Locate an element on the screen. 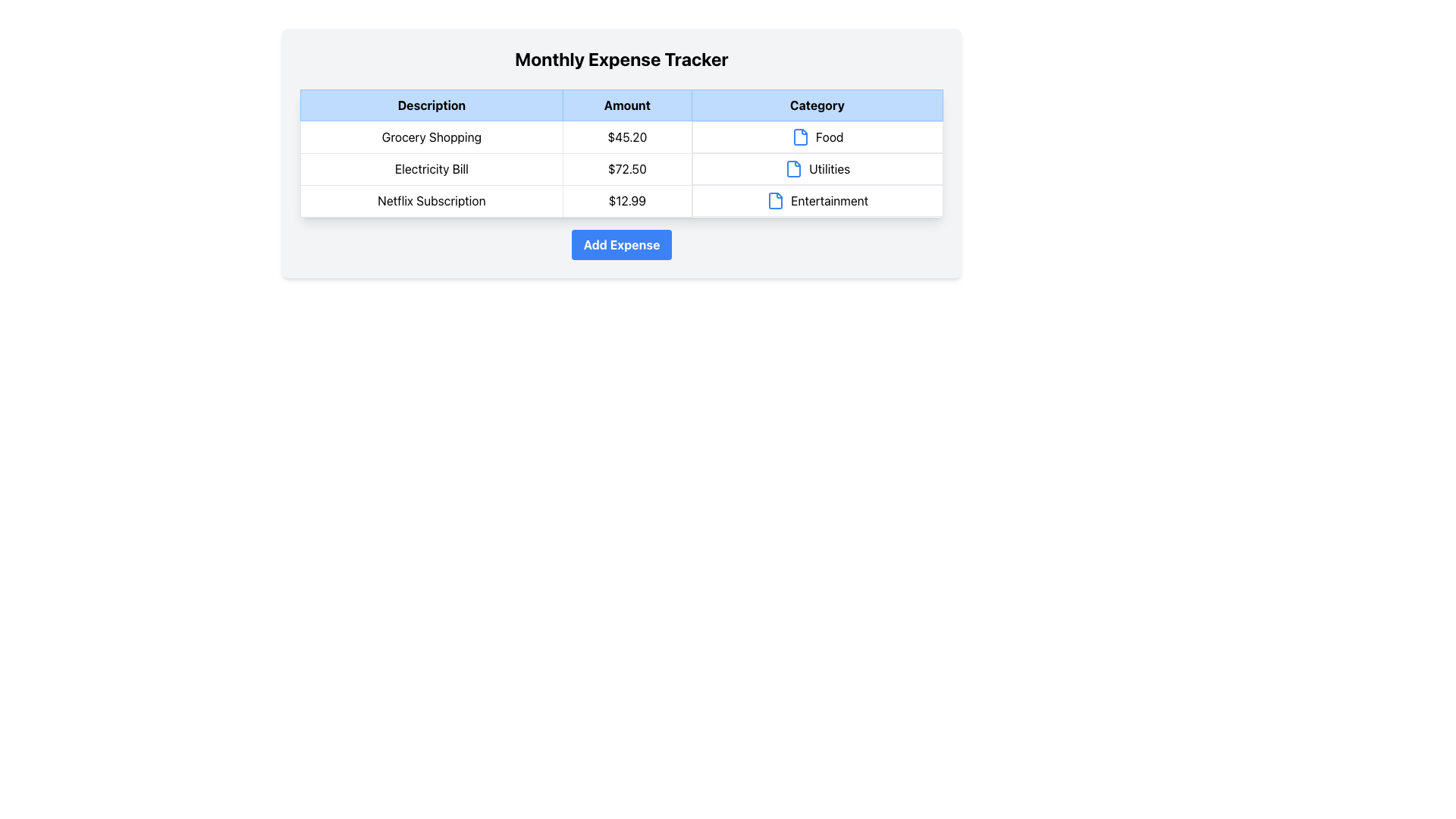  the text label displaying 'Entertainment' with a document icon, located in the third row of the 'Category' column in the 'Monthly Expense Tracker' table is located at coordinates (817, 200).